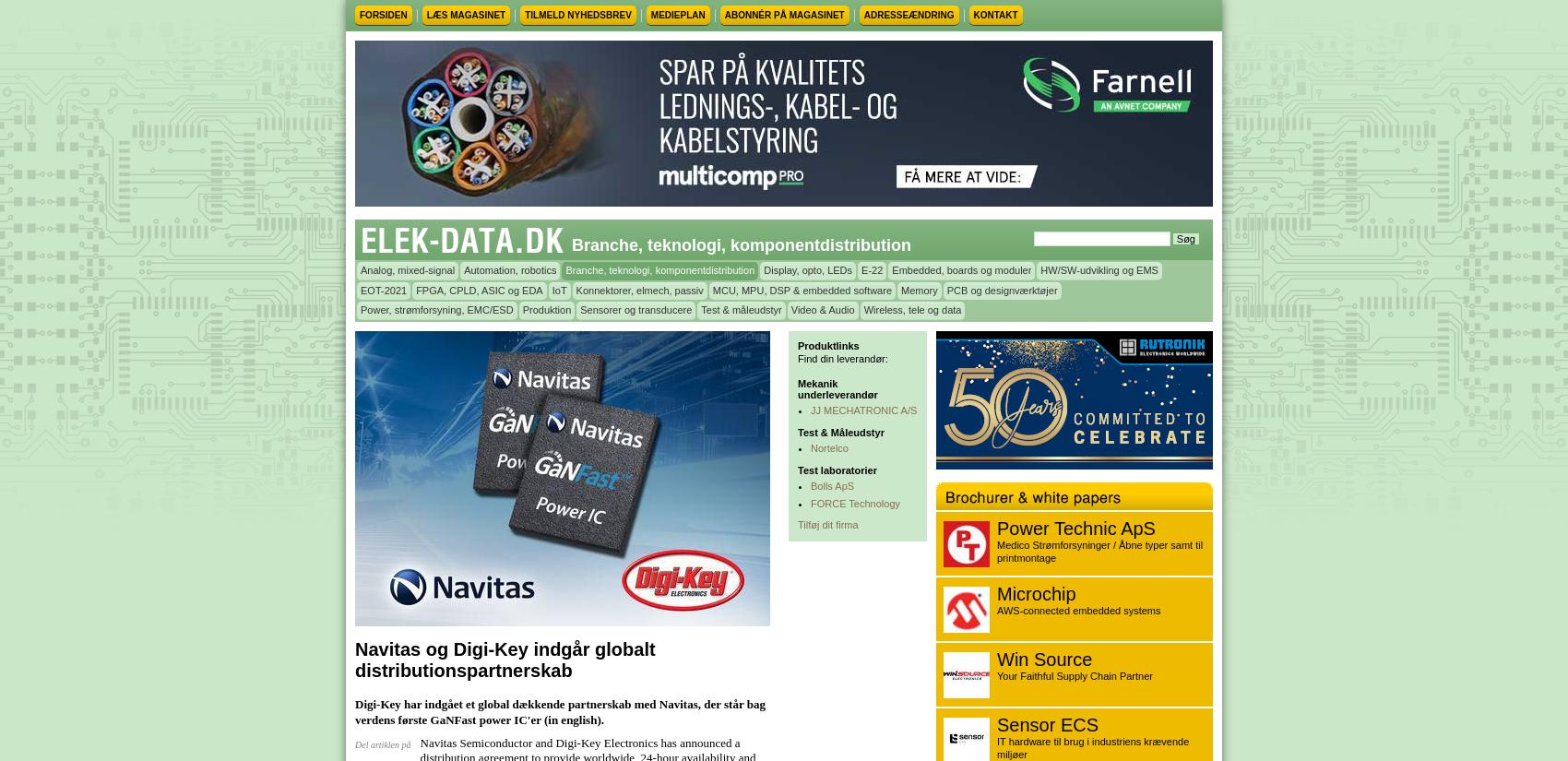 The height and width of the screenshot is (761, 1568). What do you see at coordinates (382, 14) in the screenshot?
I see `'Forsiden'` at bounding box center [382, 14].